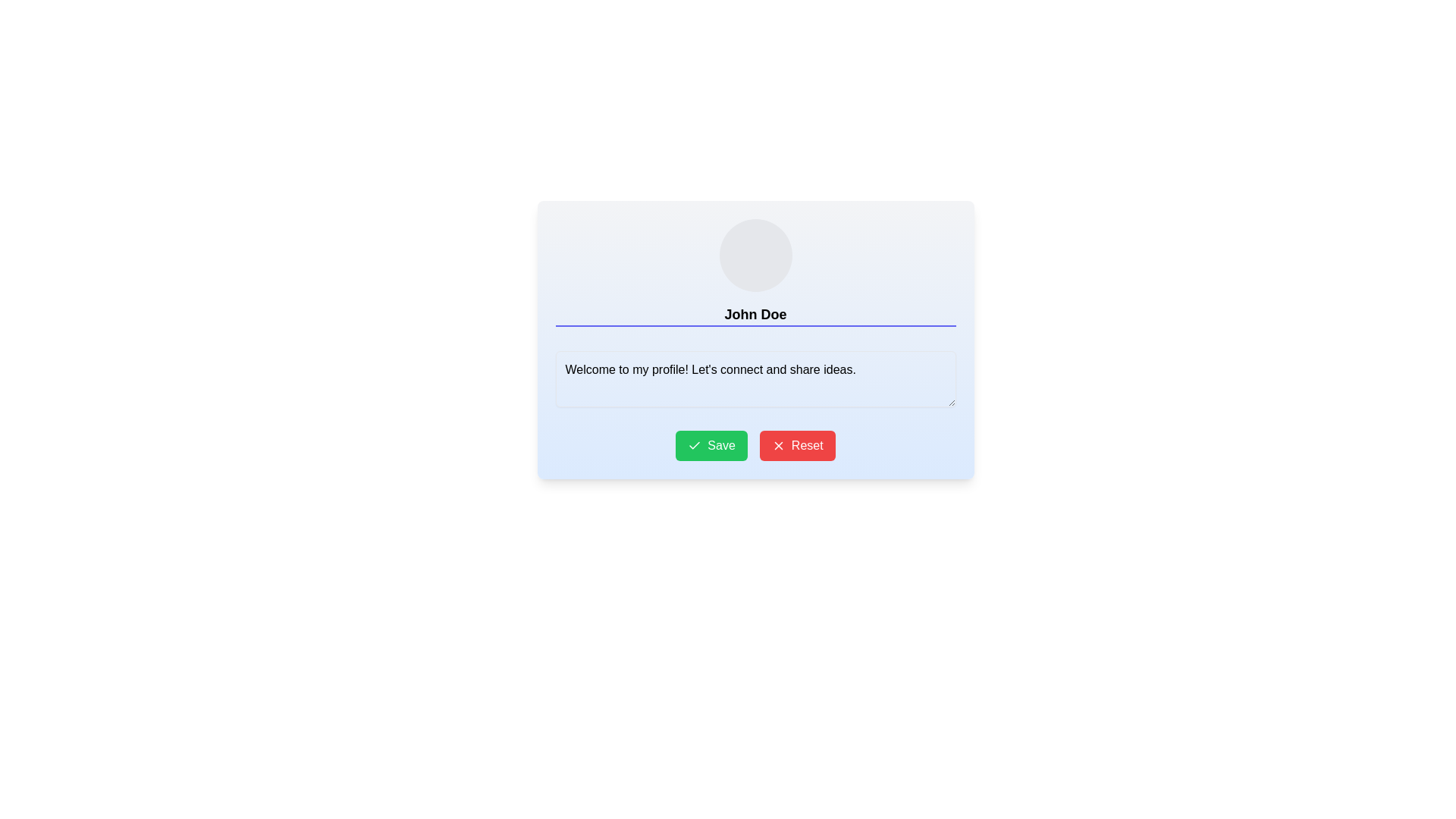  Describe the element at coordinates (694, 444) in the screenshot. I see `the SVG icon located inside the 'Save' button, positioned to the left of the text label 'Save'` at that location.